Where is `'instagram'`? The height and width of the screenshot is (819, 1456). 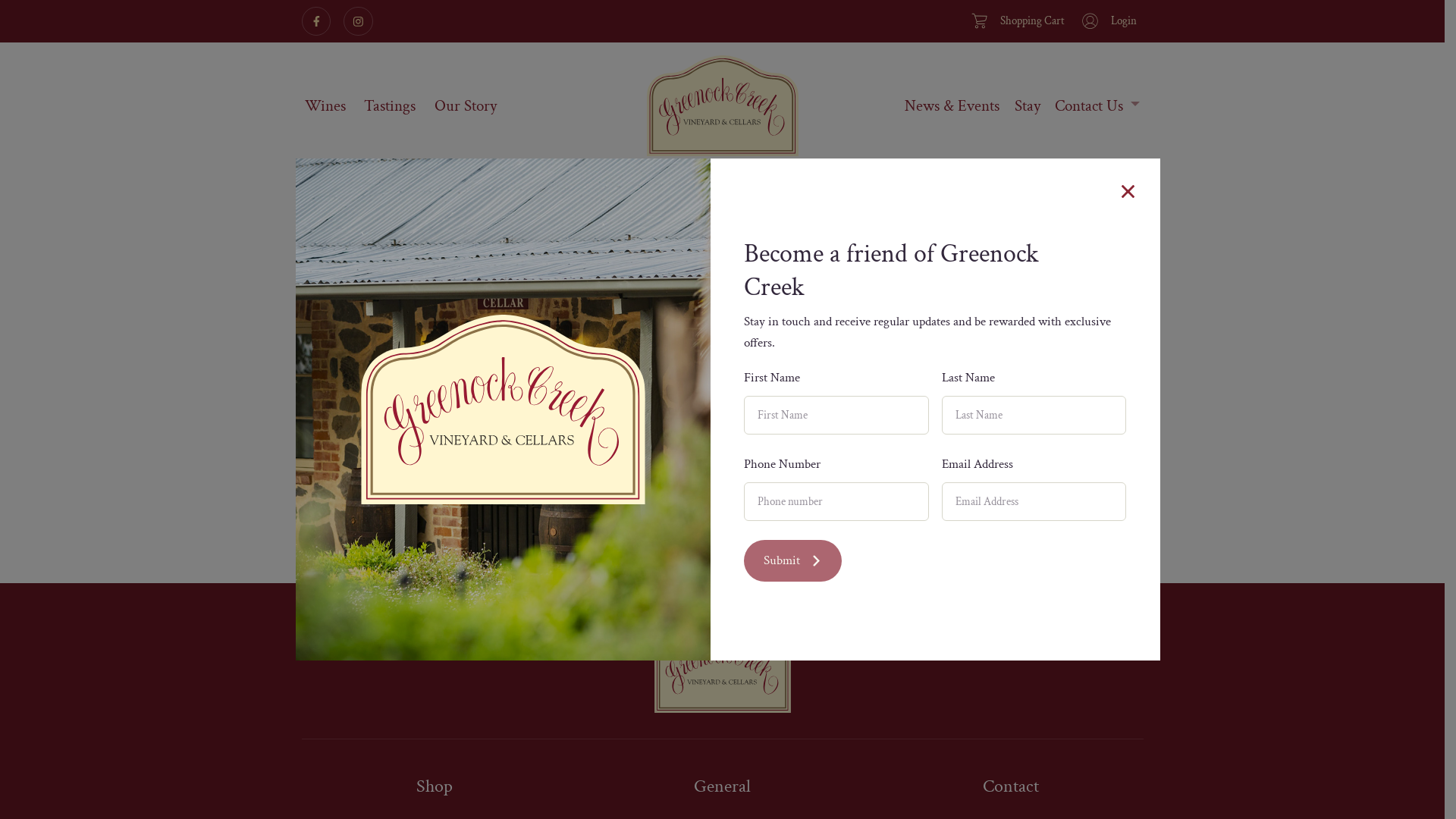
'instagram' is located at coordinates (357, 20).